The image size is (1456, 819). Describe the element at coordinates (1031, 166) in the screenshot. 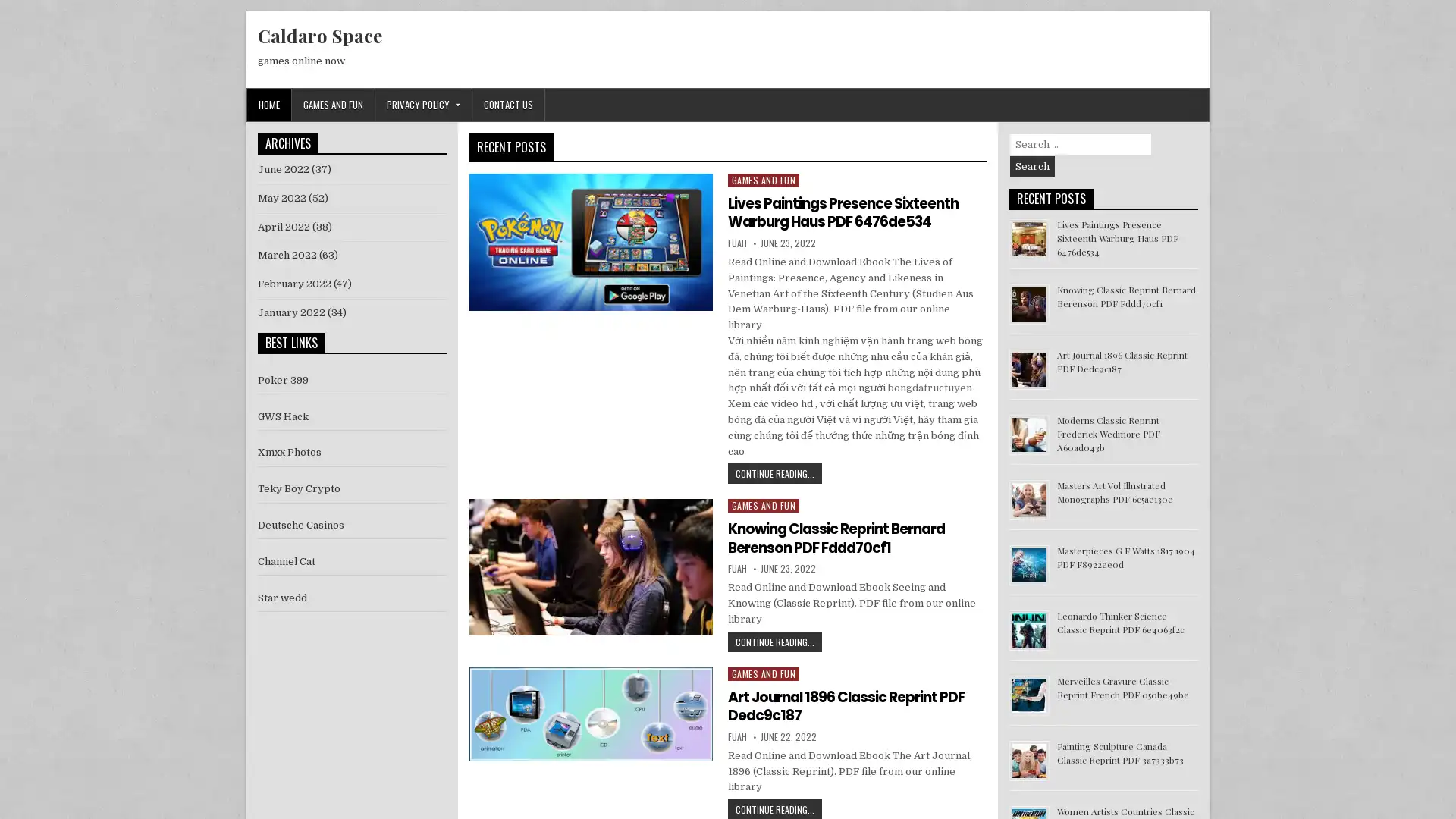

I see `Search` at that location.